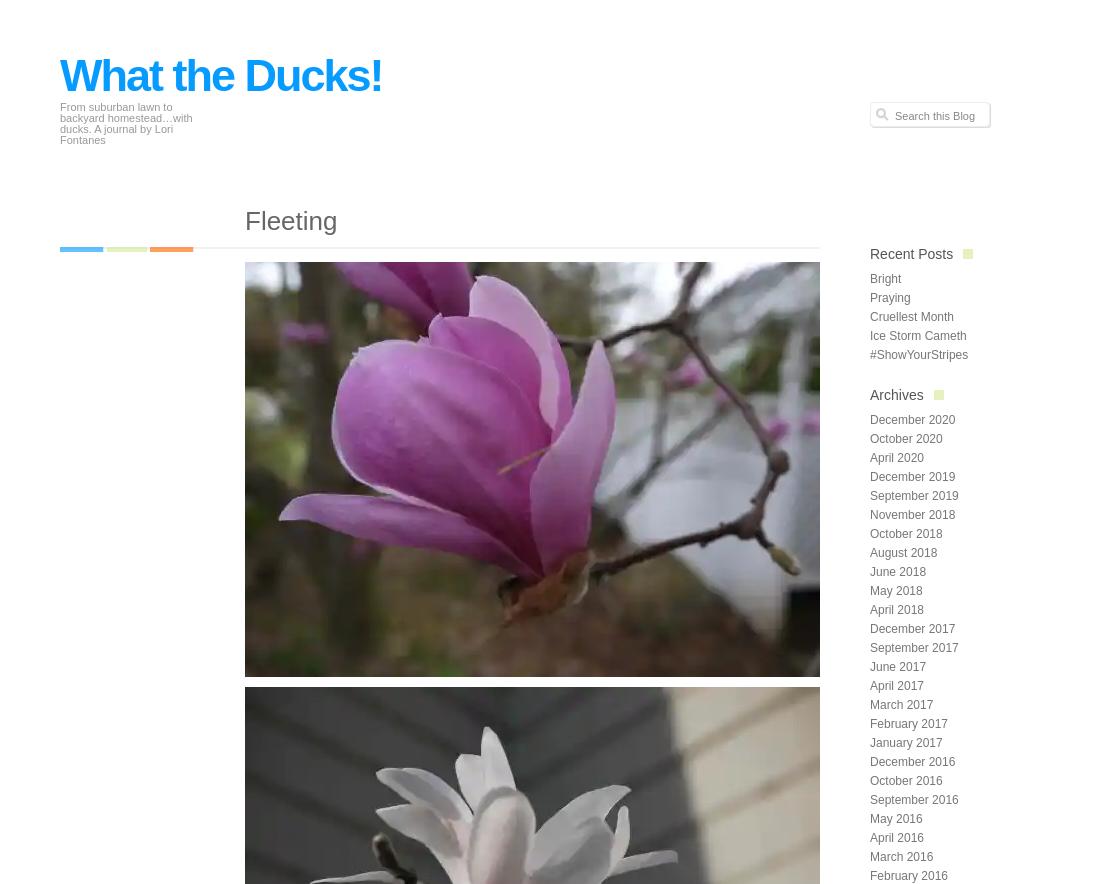  Describe the element at coordinates (898, 666) in the screenshot. I see `'June 2017'` at that location.